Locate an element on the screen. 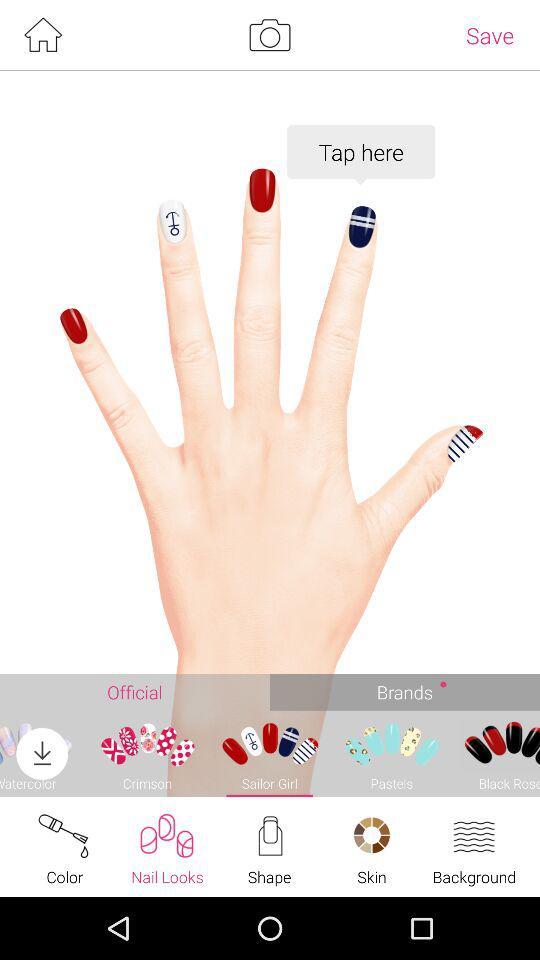 This screenshot has width=540, height=960. the camera button at the top center of the page is located at coordinates (270, 34).